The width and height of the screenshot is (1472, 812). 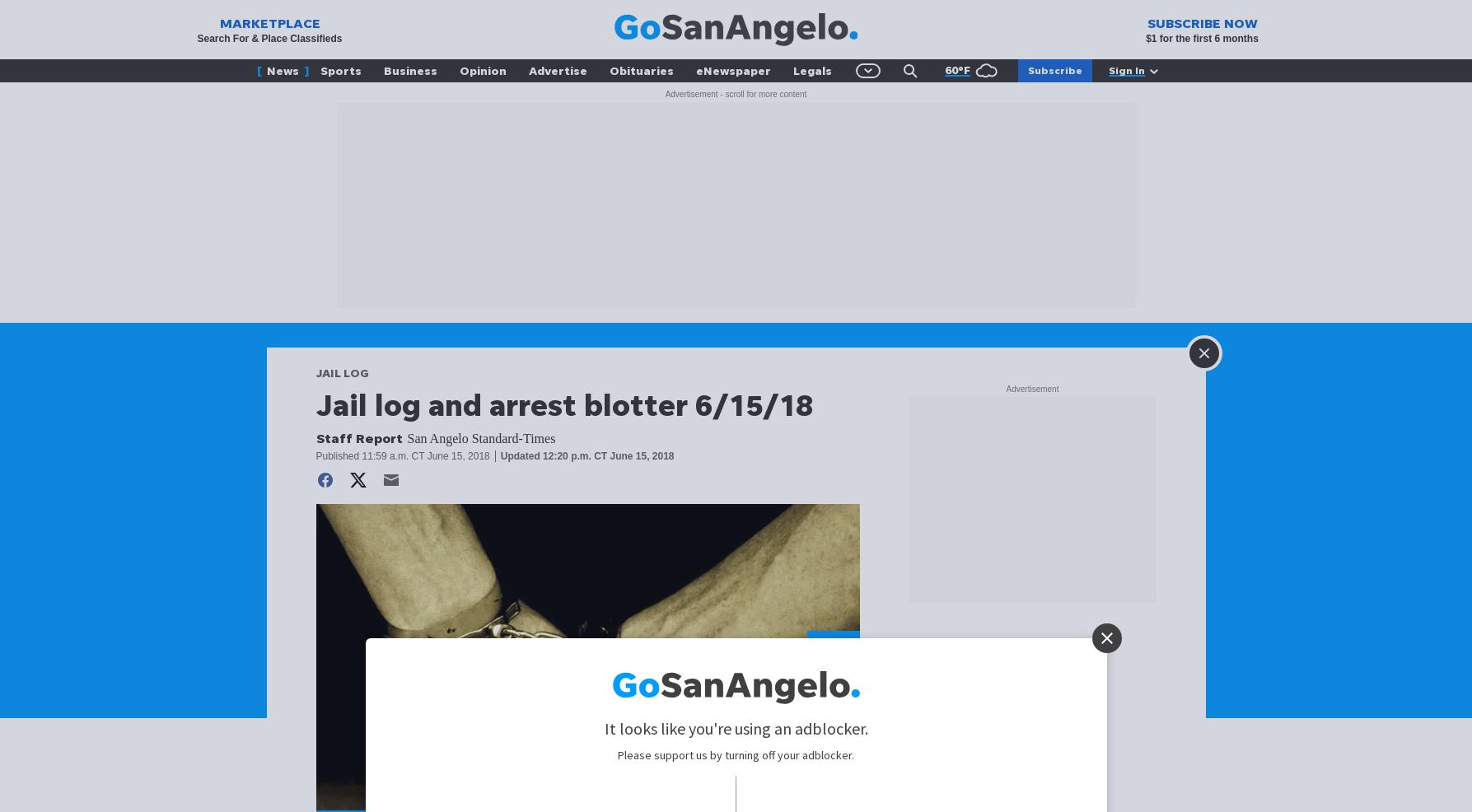 I want to click on 'Staff Report', so click(x=358, y=437).